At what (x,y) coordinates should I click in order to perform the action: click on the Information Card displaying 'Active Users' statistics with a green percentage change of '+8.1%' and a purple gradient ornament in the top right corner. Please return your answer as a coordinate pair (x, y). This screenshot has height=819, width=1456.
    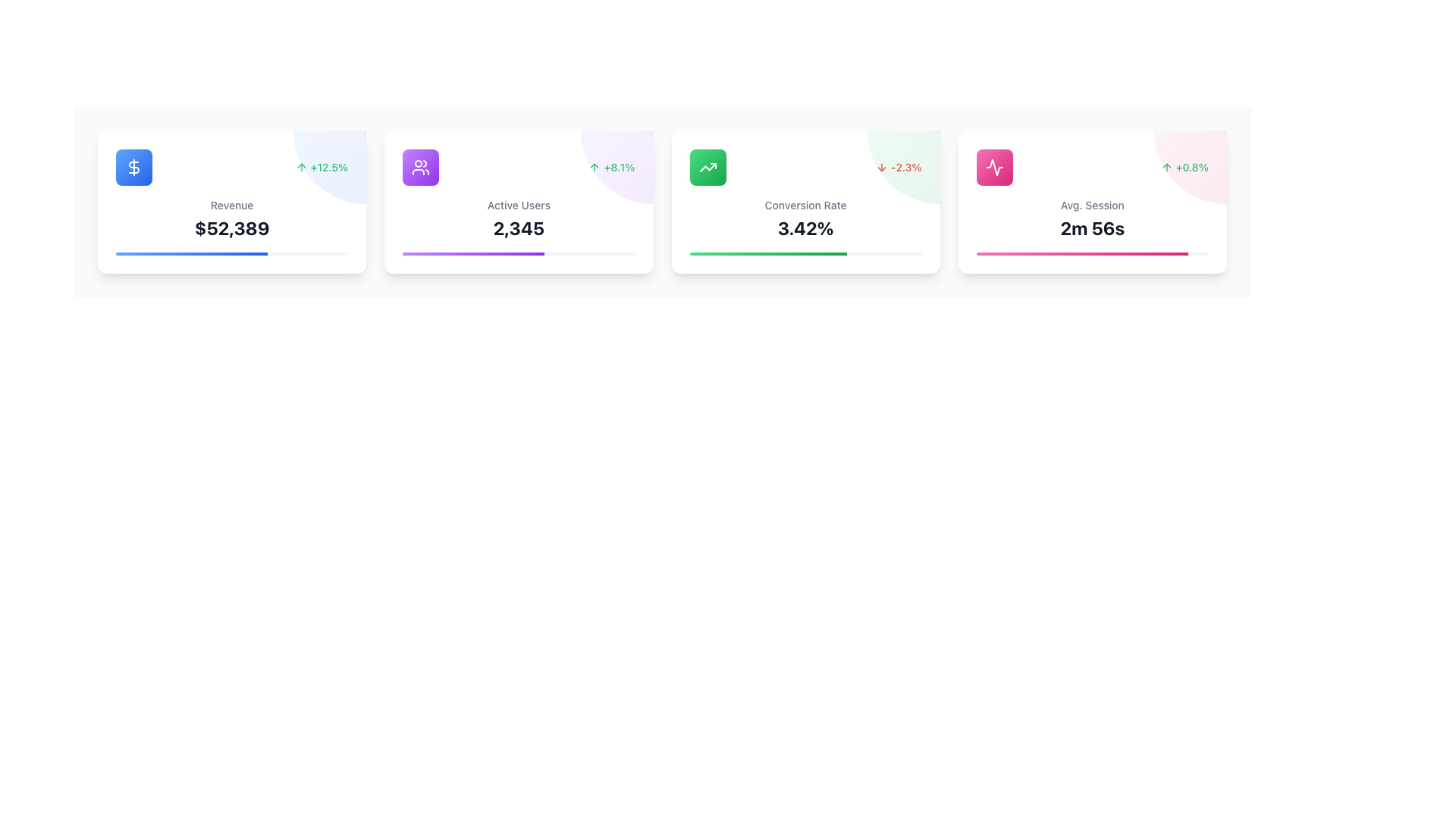
    Looking at the image, I should click on (519, 201).